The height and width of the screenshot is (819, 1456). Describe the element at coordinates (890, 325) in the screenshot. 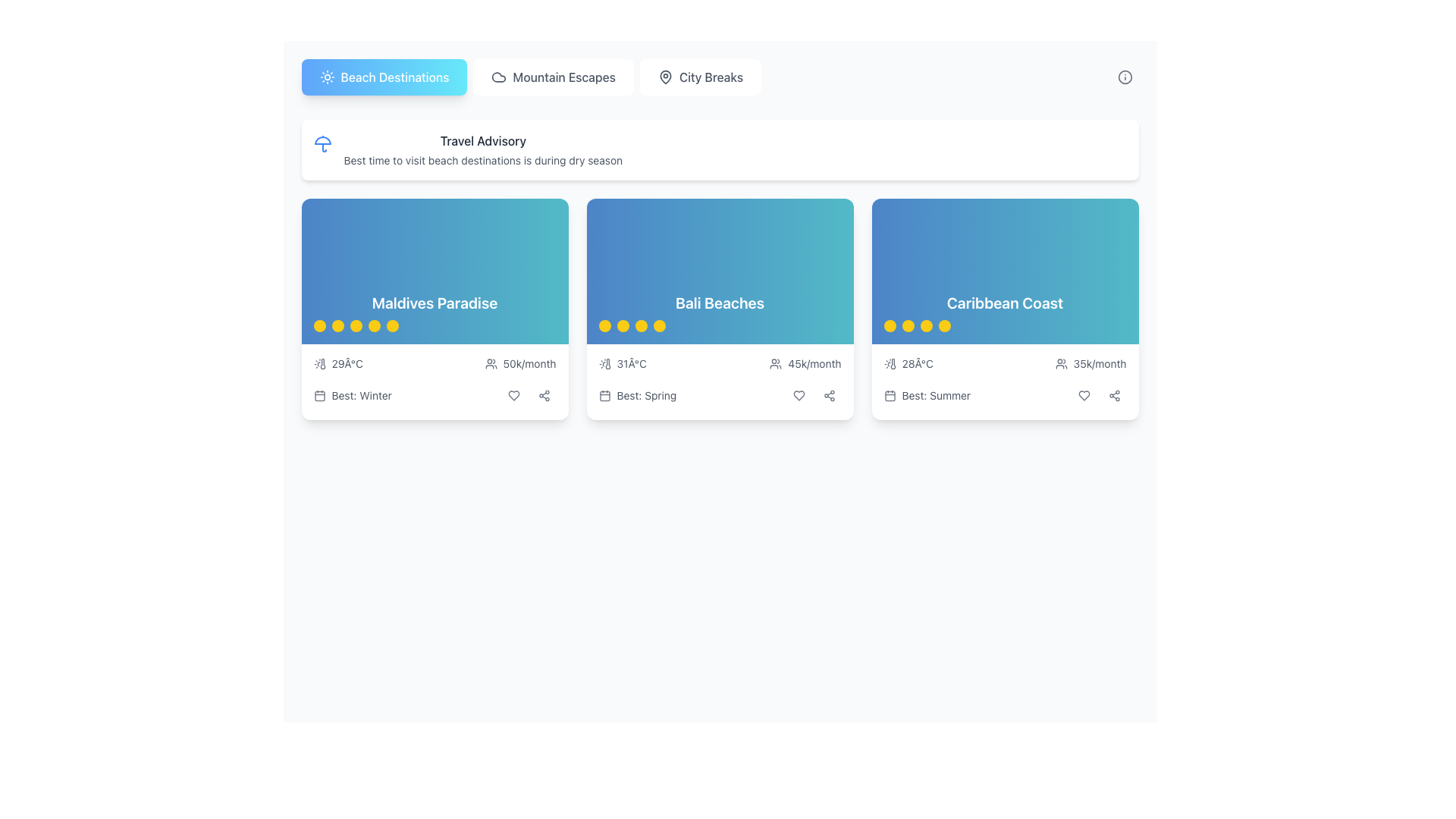

I see `the first circular indicator with a yellow background in the rating section below the 'Caribbean Coast' card` at that location.